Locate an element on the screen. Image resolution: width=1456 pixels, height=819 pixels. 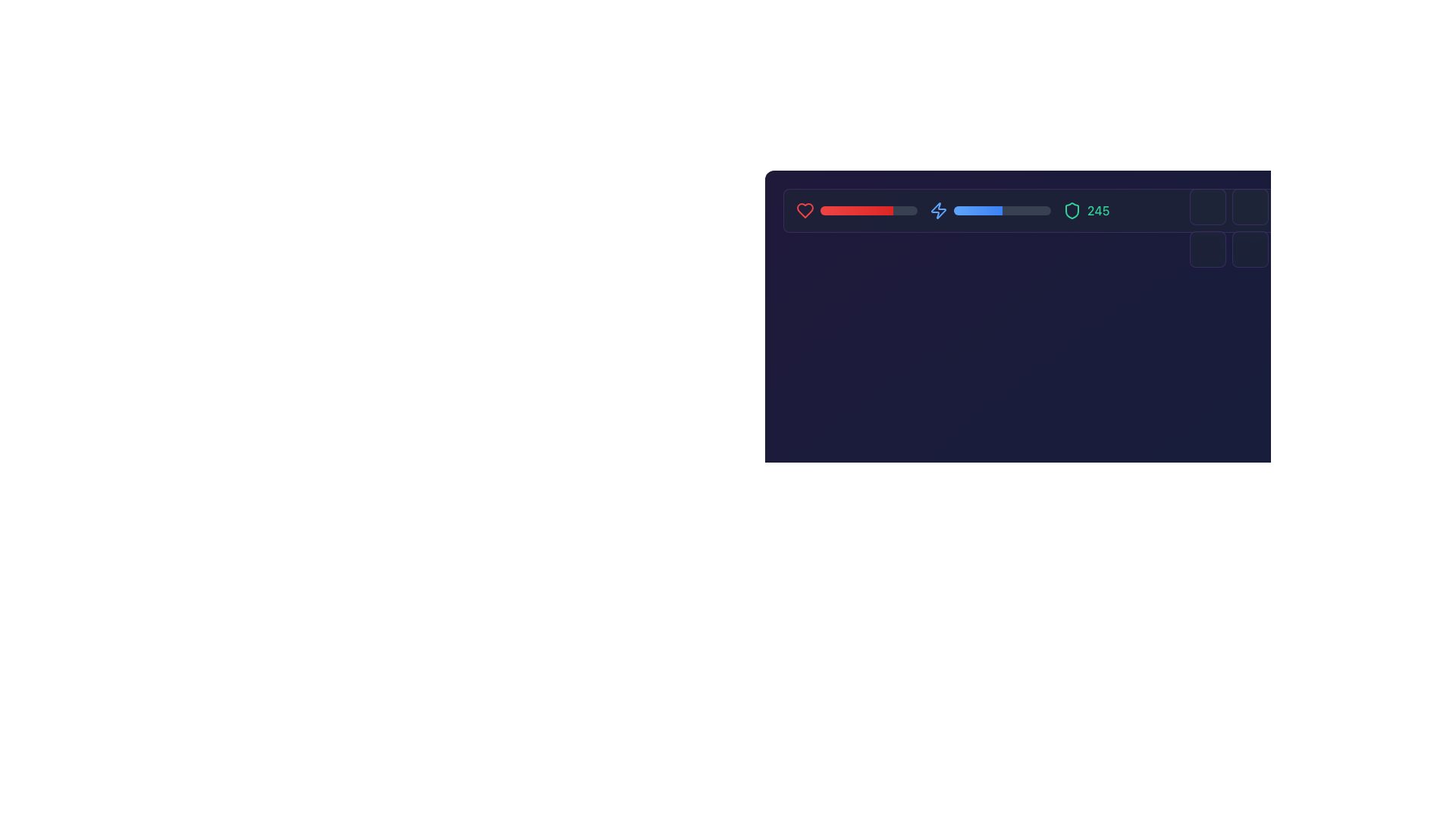
the health bar value is located at coordinates (827, 210).